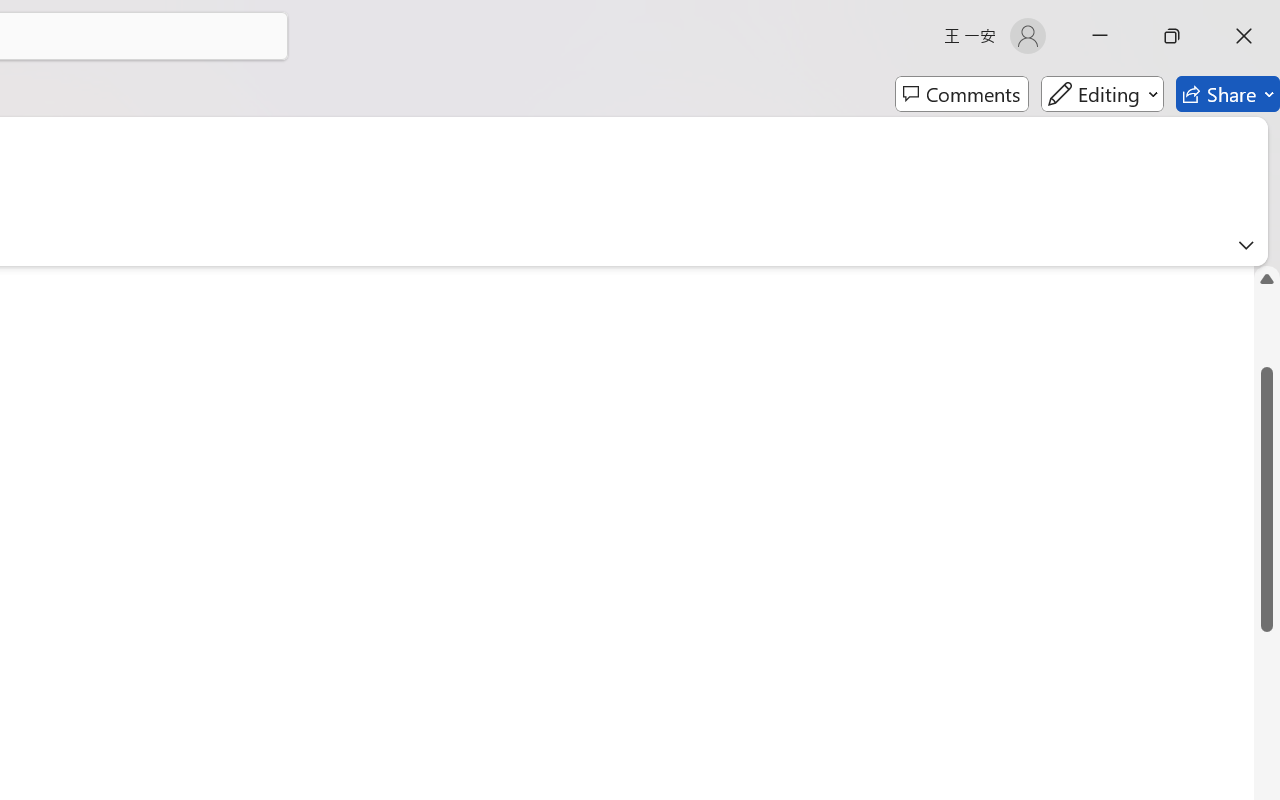  What do you see at coordinates (1172, 35) in the screenshot?
I see `'Restore Down'` at bounding box center [1172, 35].